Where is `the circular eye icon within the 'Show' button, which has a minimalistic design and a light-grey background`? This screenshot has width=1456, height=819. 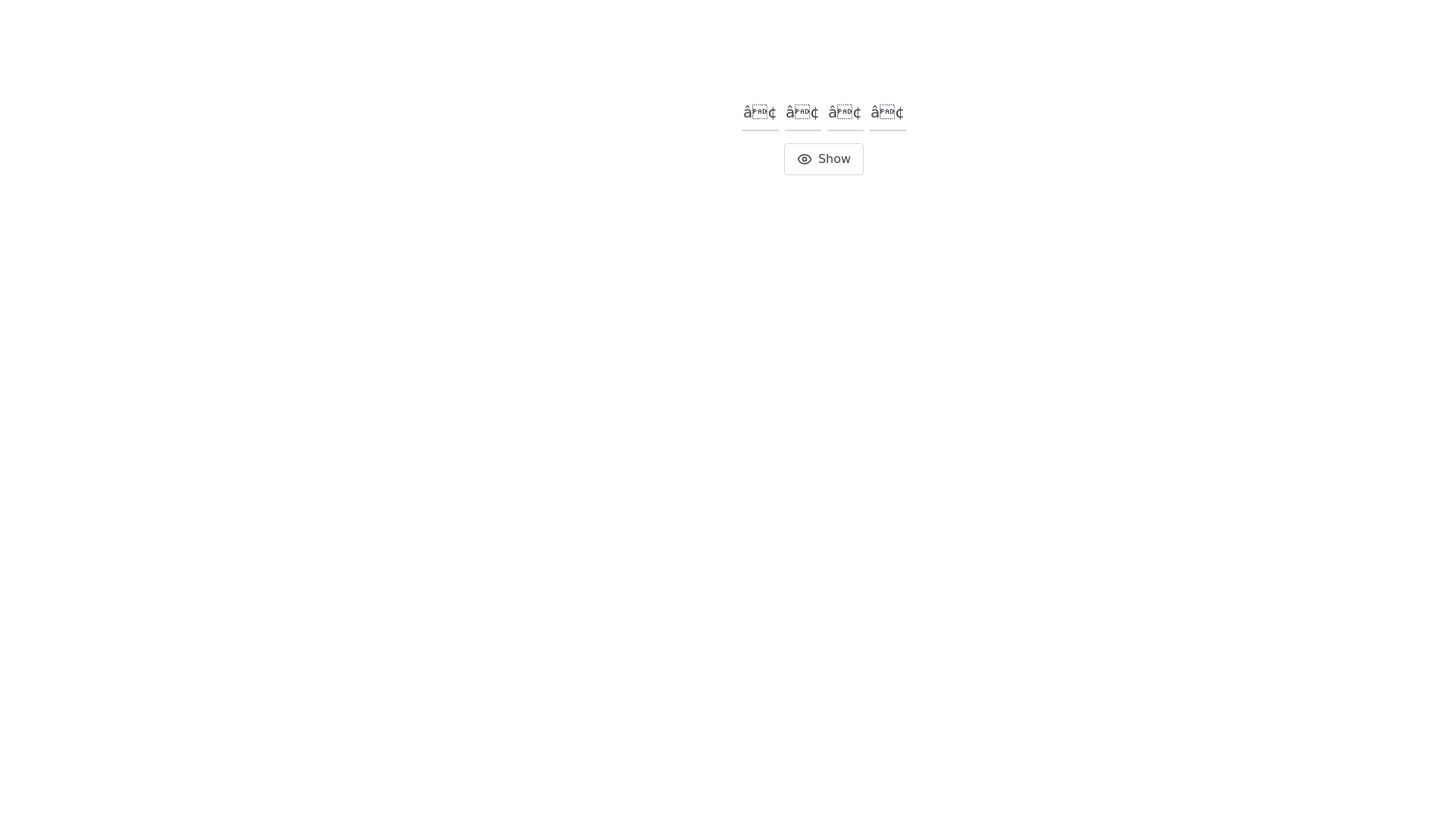
the circular eye icon within the 'Show' button, which has a minimalistic design and a light-grey background is located at coordinates (803, 158).